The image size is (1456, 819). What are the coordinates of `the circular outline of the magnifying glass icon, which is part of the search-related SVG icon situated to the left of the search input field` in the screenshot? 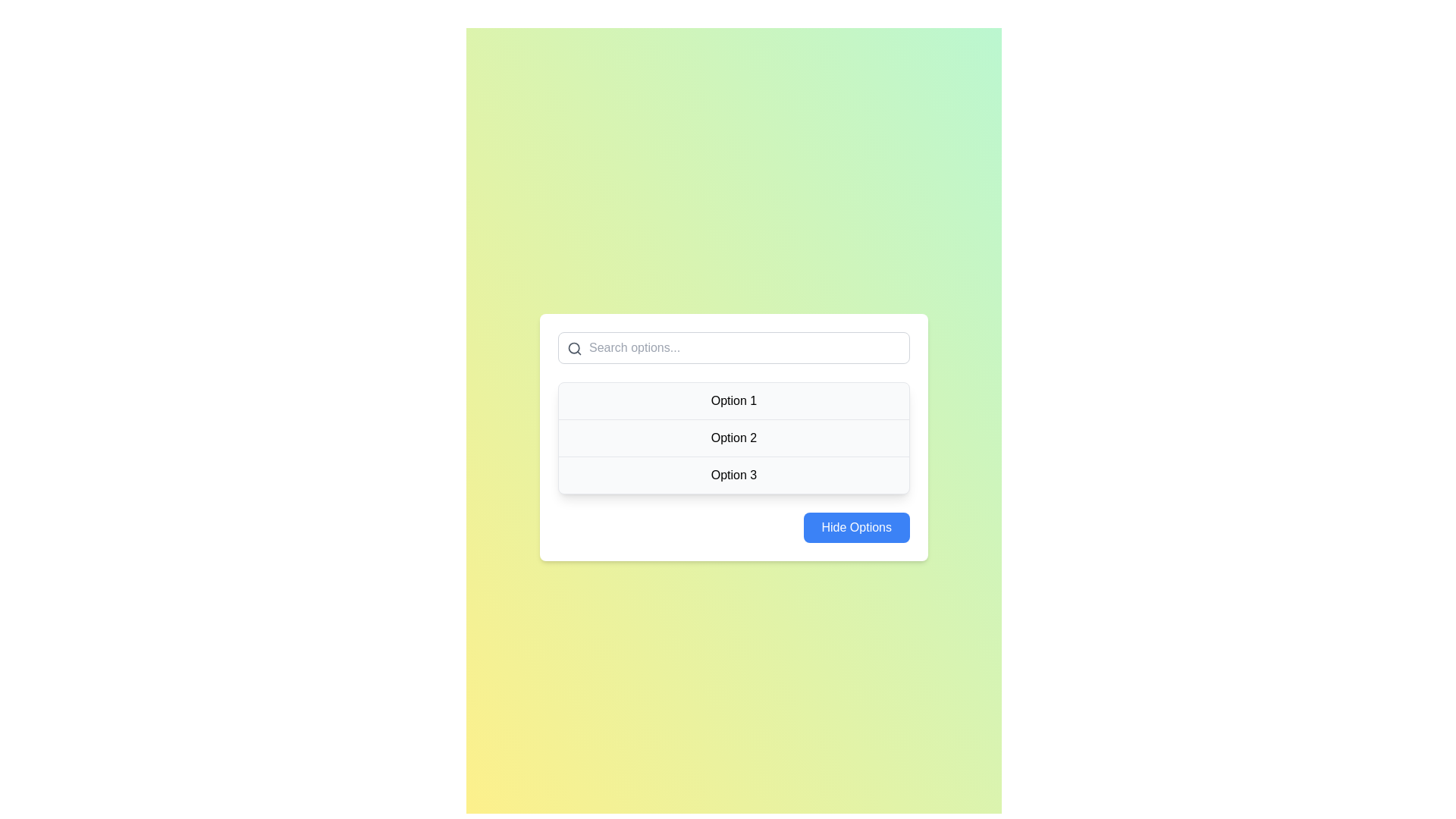 It's located at (573, 348).